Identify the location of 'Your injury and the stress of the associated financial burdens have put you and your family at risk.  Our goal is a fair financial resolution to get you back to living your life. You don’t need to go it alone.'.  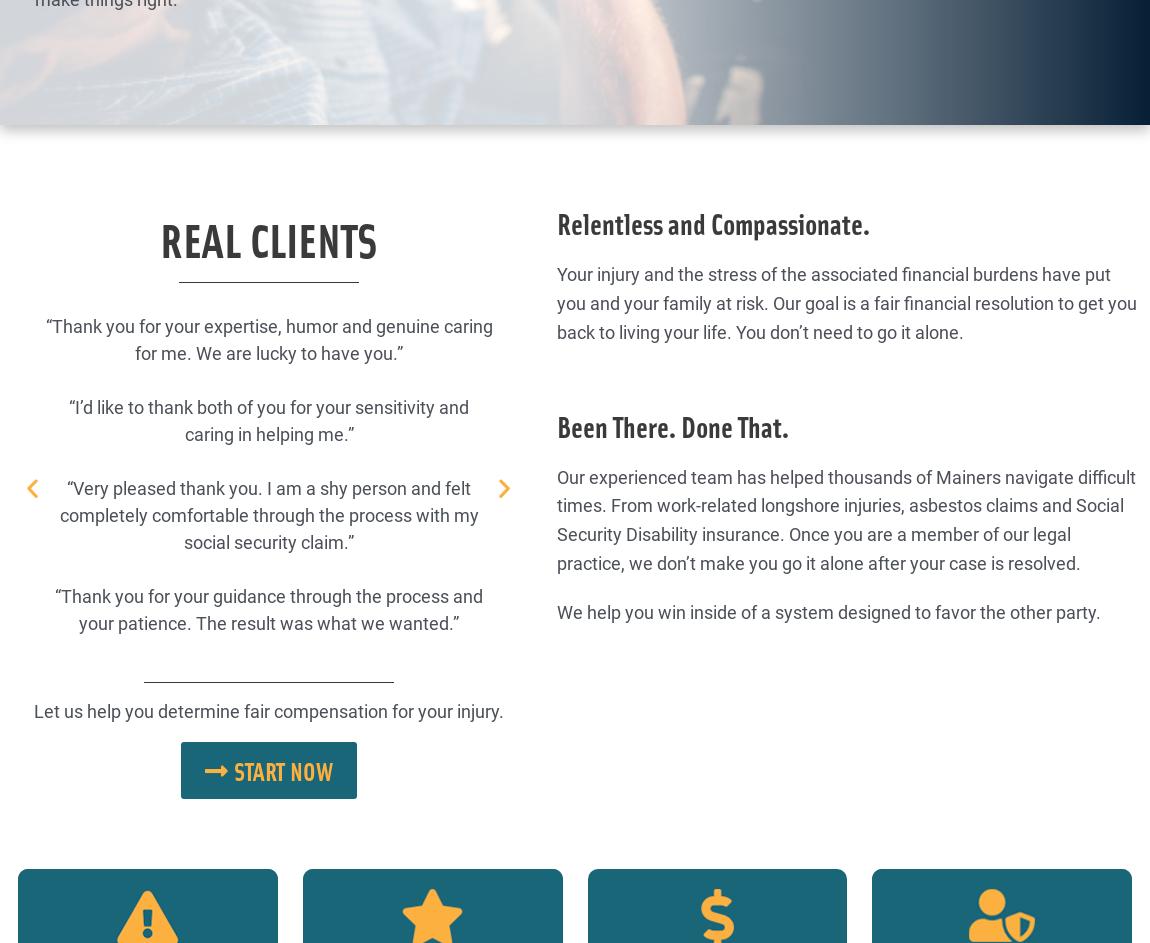
(845, 301).